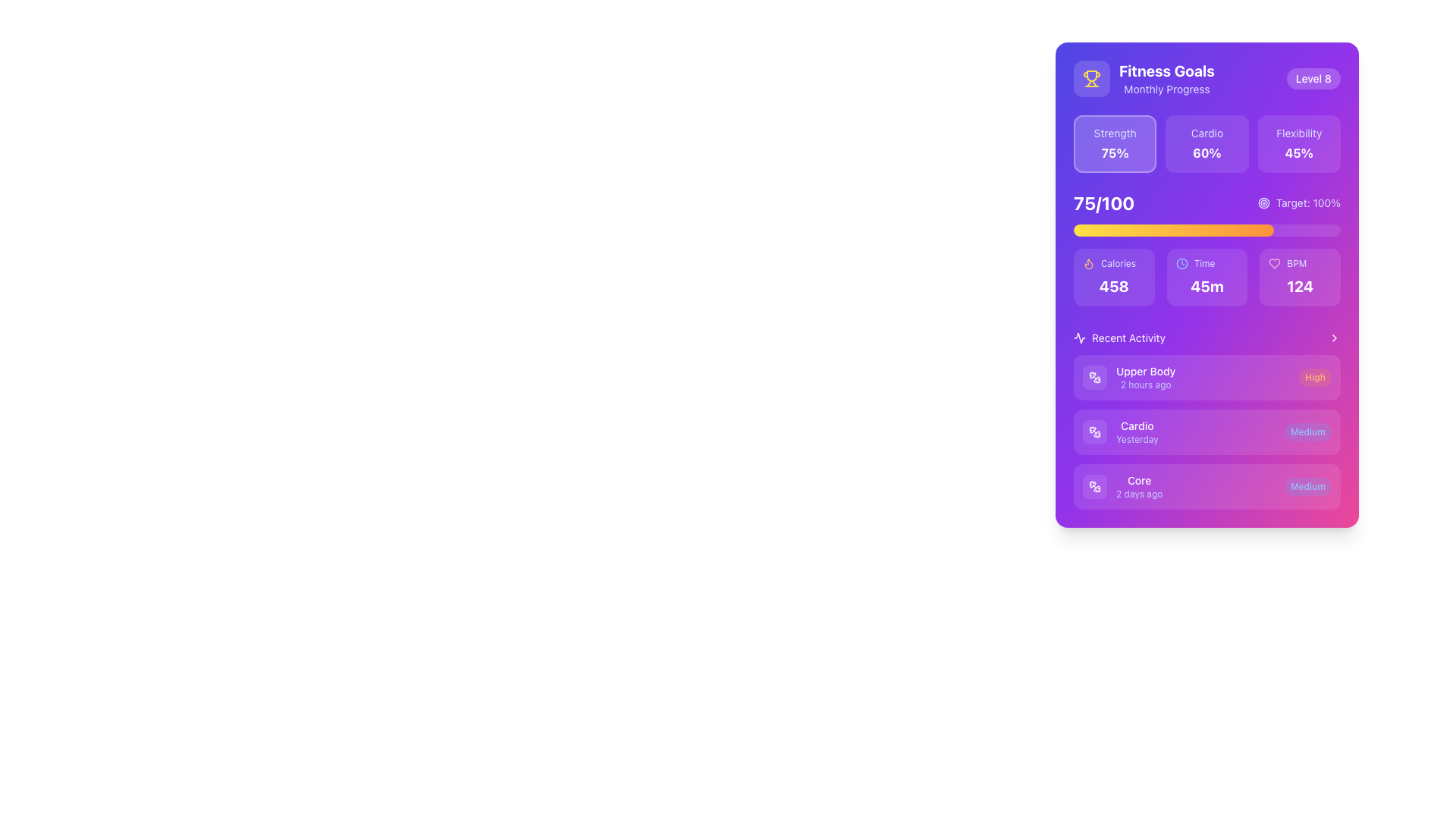 This screenshot has width=1456, height=819. Describe the element at coordinates (1207, 420) in the screenshot. I see `the details of the second 'Cardio' activity card in the 'Recent Activity' list, which summarizes a medium intensity exercise performed yesterday` at that location.